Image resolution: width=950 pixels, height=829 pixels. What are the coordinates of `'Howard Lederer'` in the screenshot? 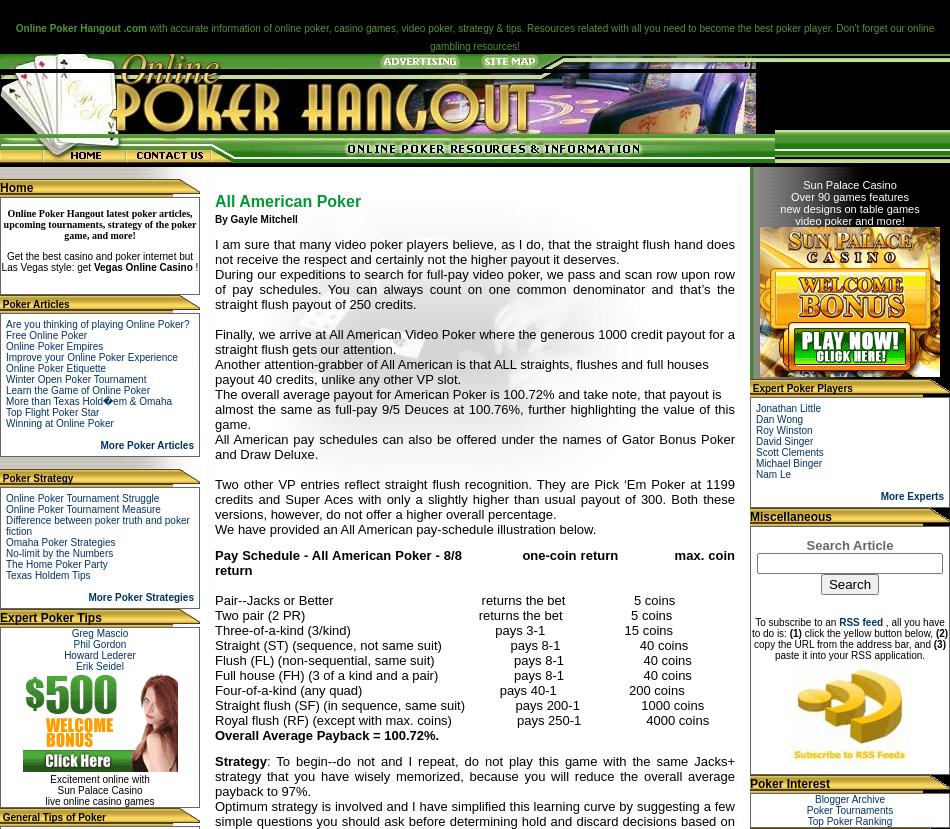 It's located at (99, 654).